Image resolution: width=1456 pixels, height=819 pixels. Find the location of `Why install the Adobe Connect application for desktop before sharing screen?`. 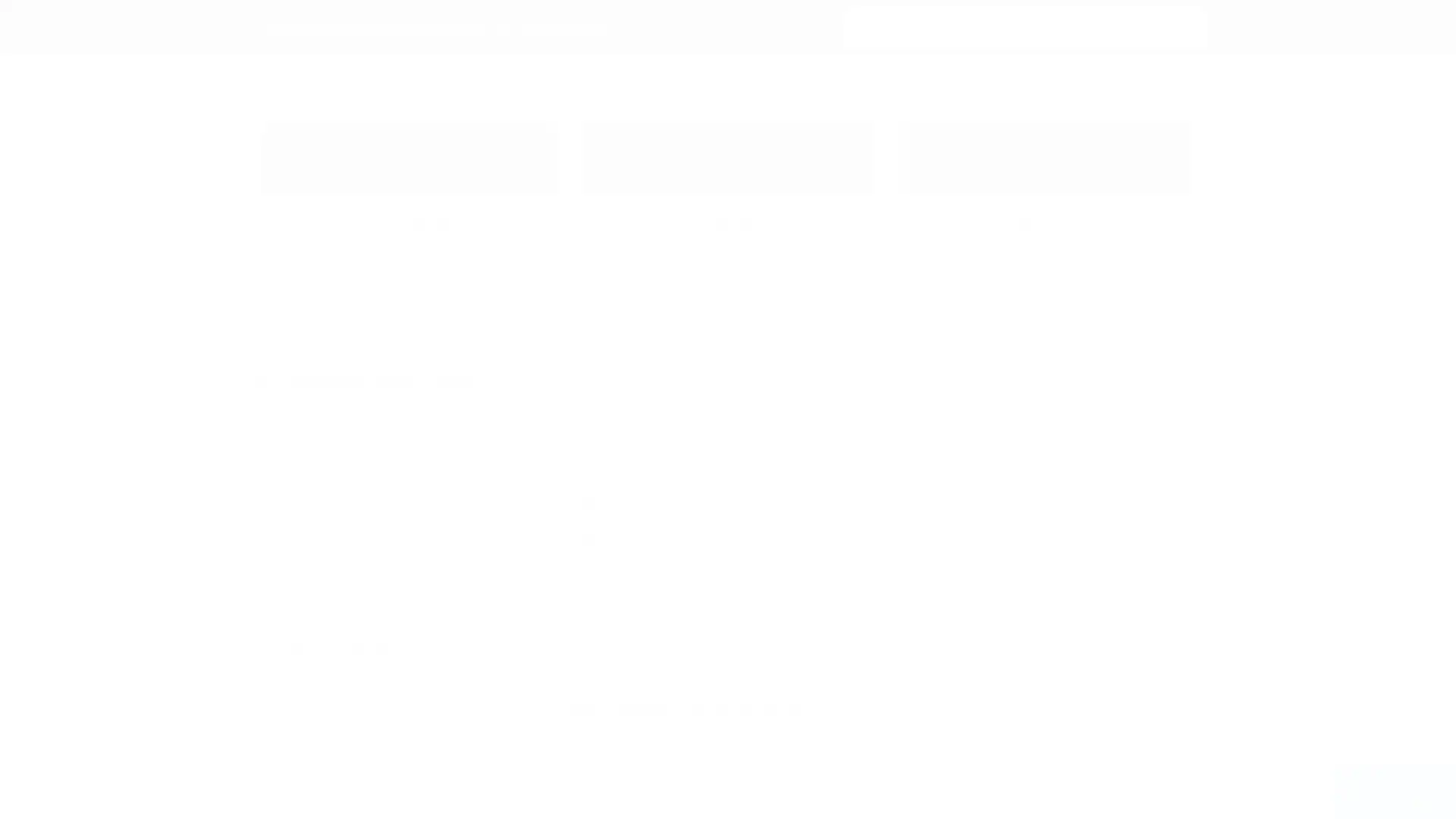

Why install the Adobe Connect application for desktop before sharing screen? is located at coordinates (771, 537).